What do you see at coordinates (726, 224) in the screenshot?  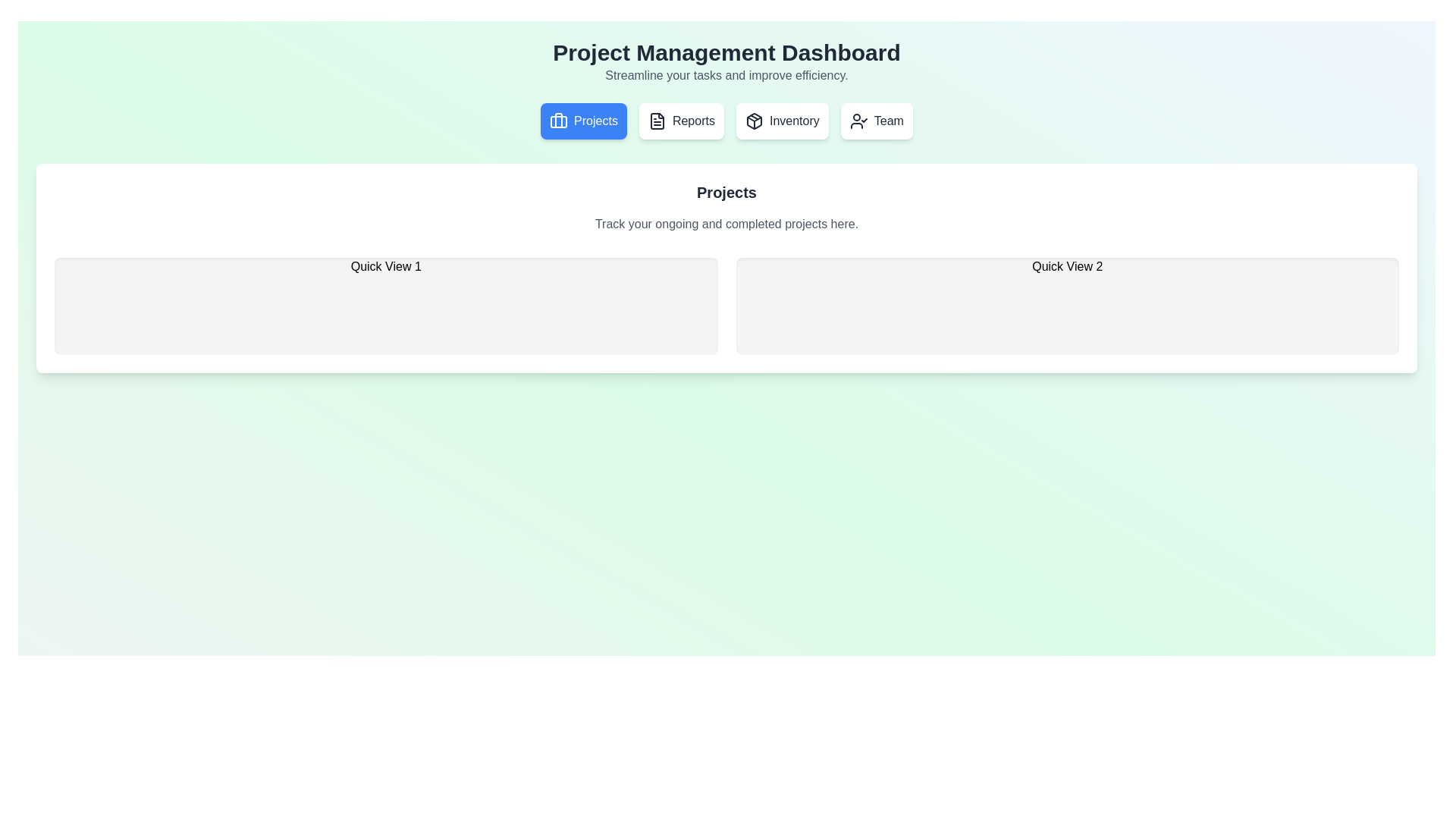 I see `the text label displaying 'Track your ongoing and completed projects here.' which is styled with gray text on a white background, located below the 'Projects' header` at bounding box center [726, 224].